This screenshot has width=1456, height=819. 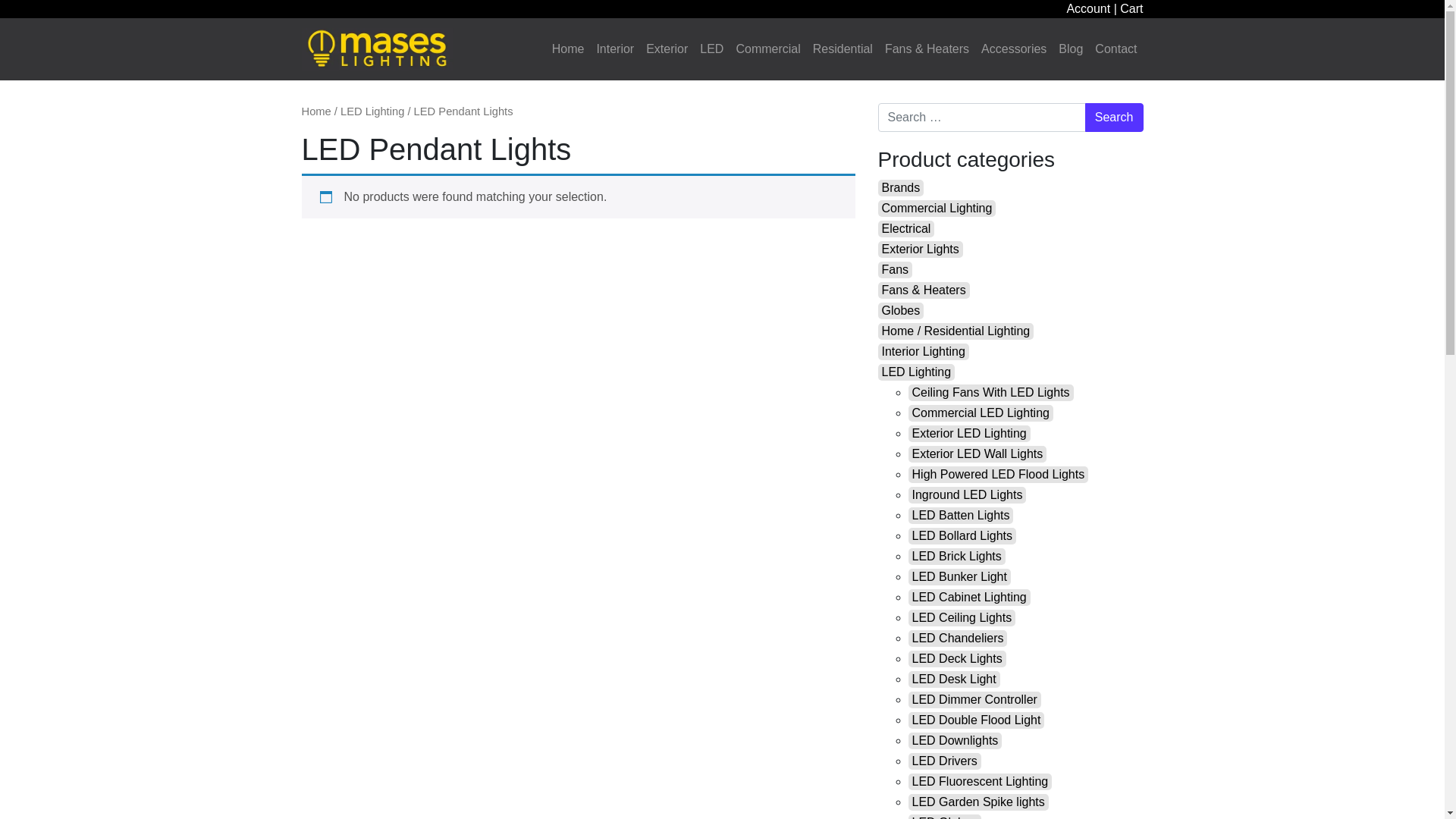 I want to click on 'LED', so click(x=711, y=49).